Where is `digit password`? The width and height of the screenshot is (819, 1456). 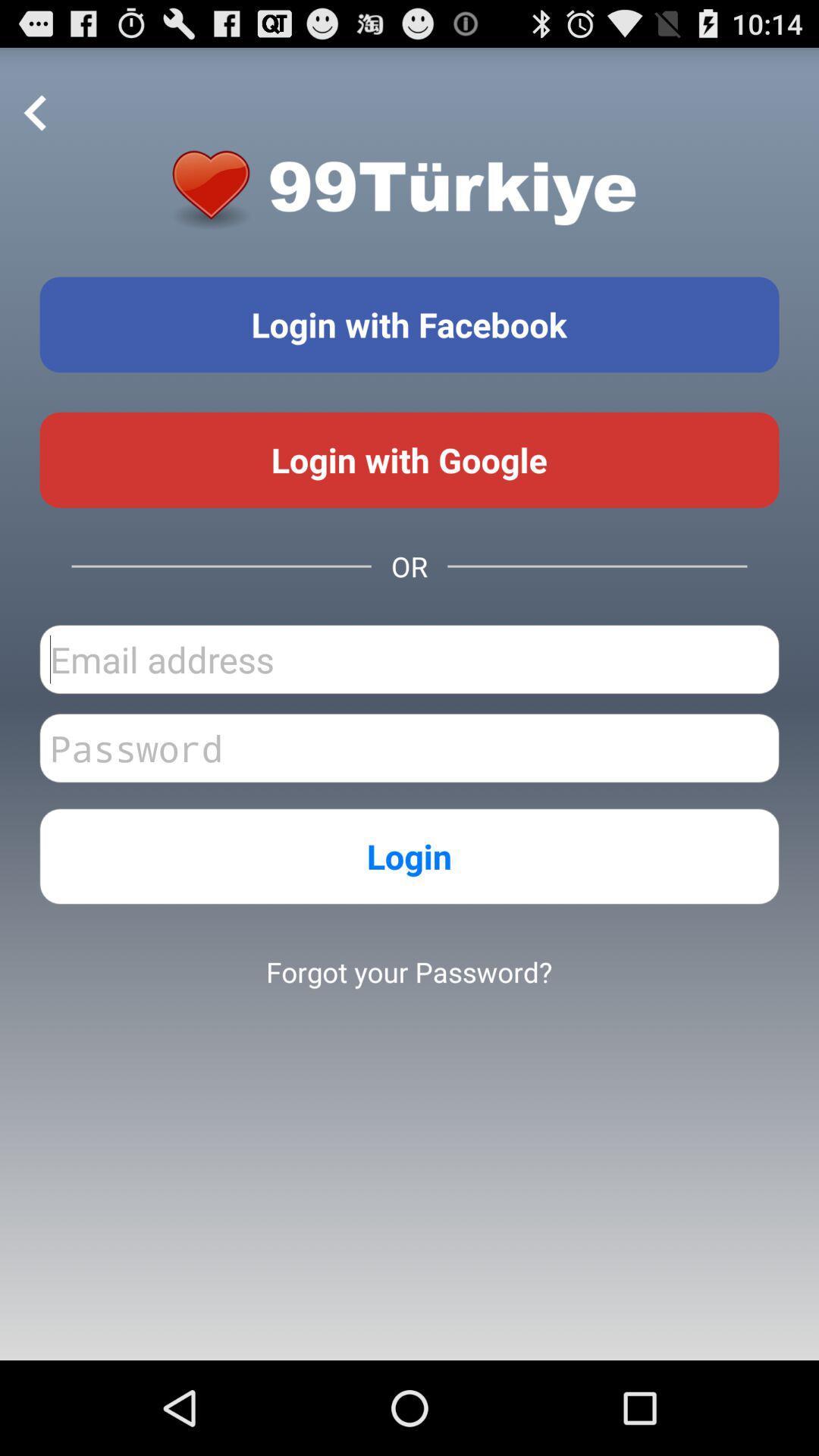
digit password is located at coordinates (409, 748).